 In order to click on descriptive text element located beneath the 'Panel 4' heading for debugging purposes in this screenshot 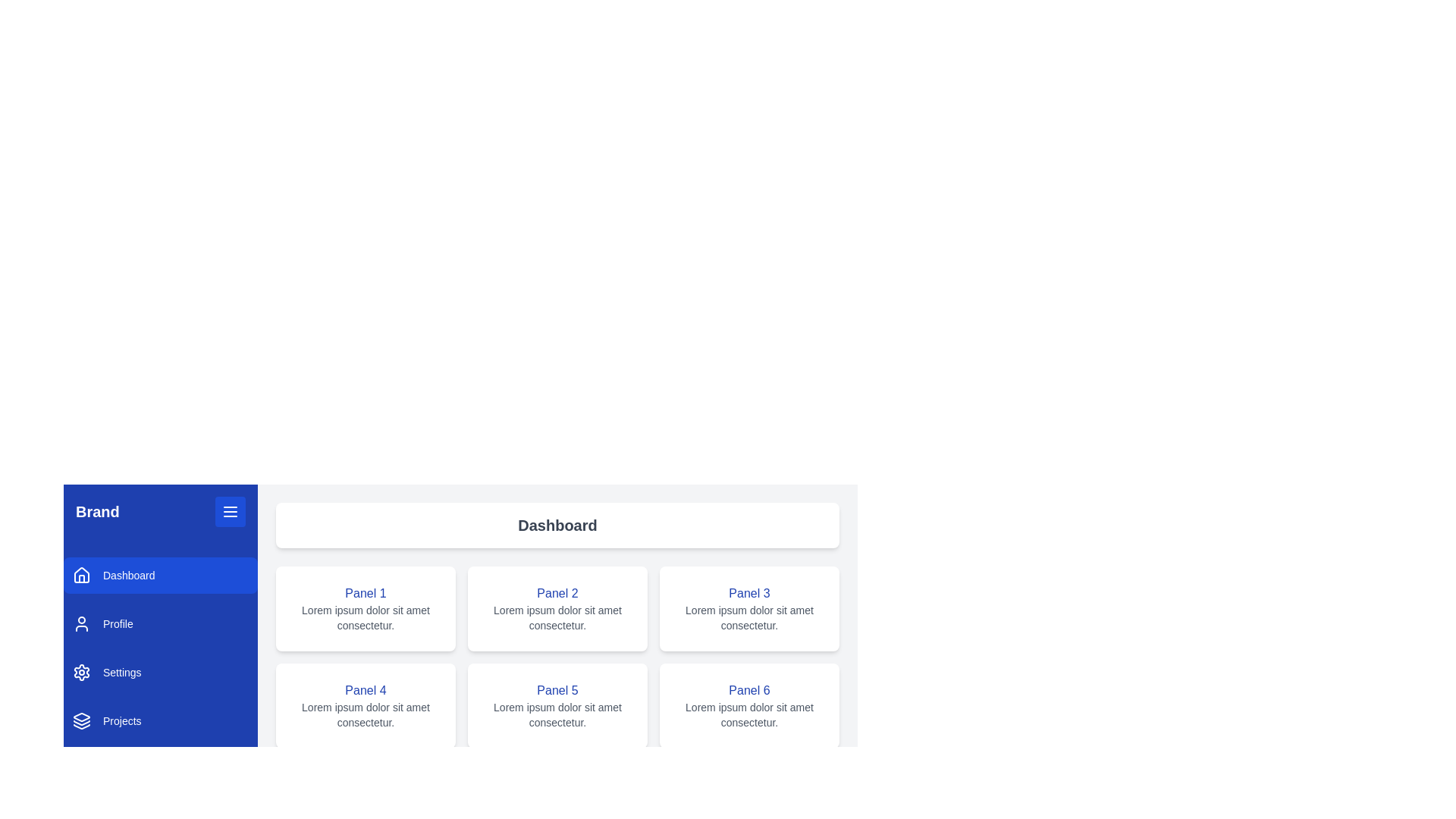, I will do `click(366, 714)`.